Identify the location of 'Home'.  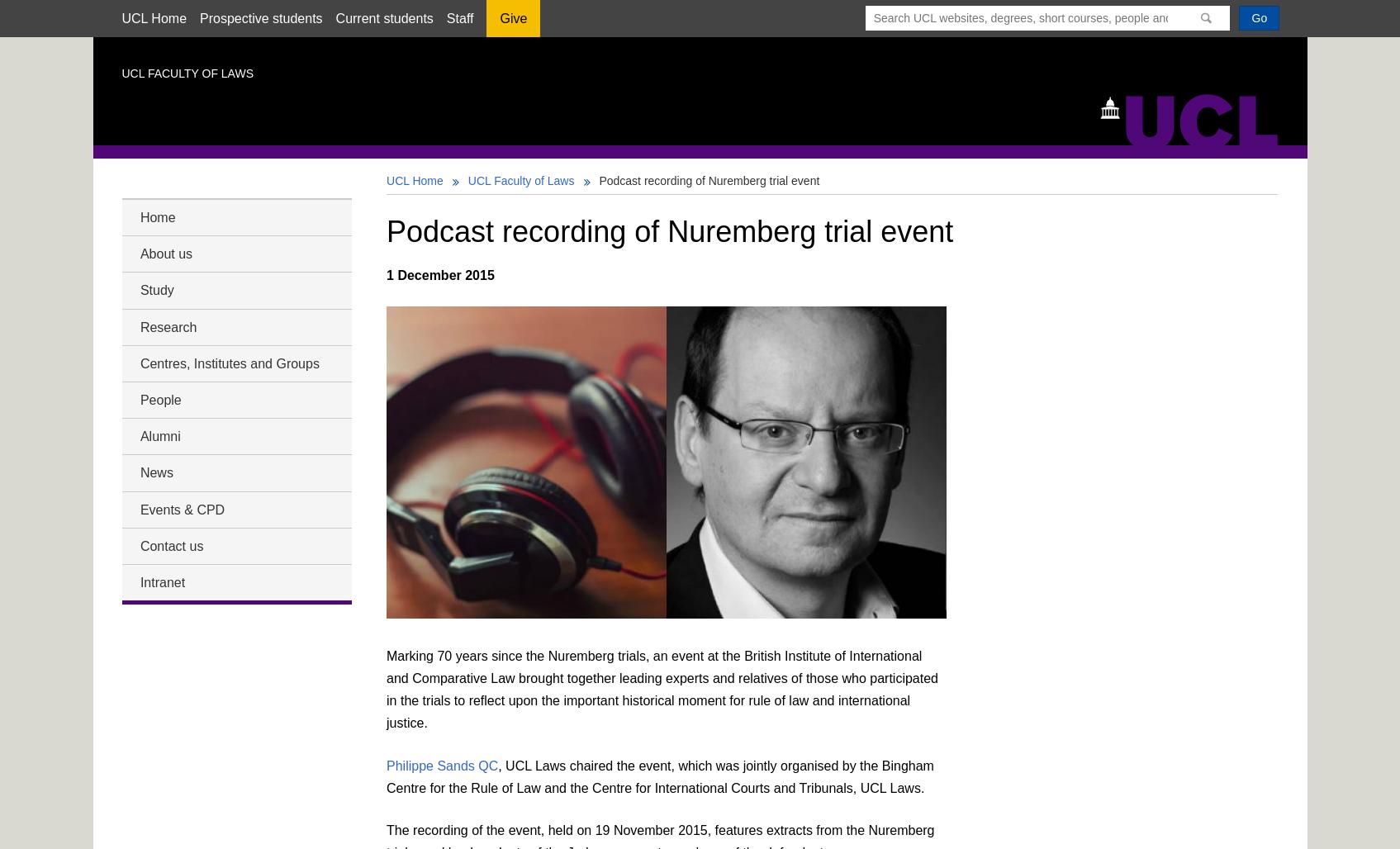
(157, 217).